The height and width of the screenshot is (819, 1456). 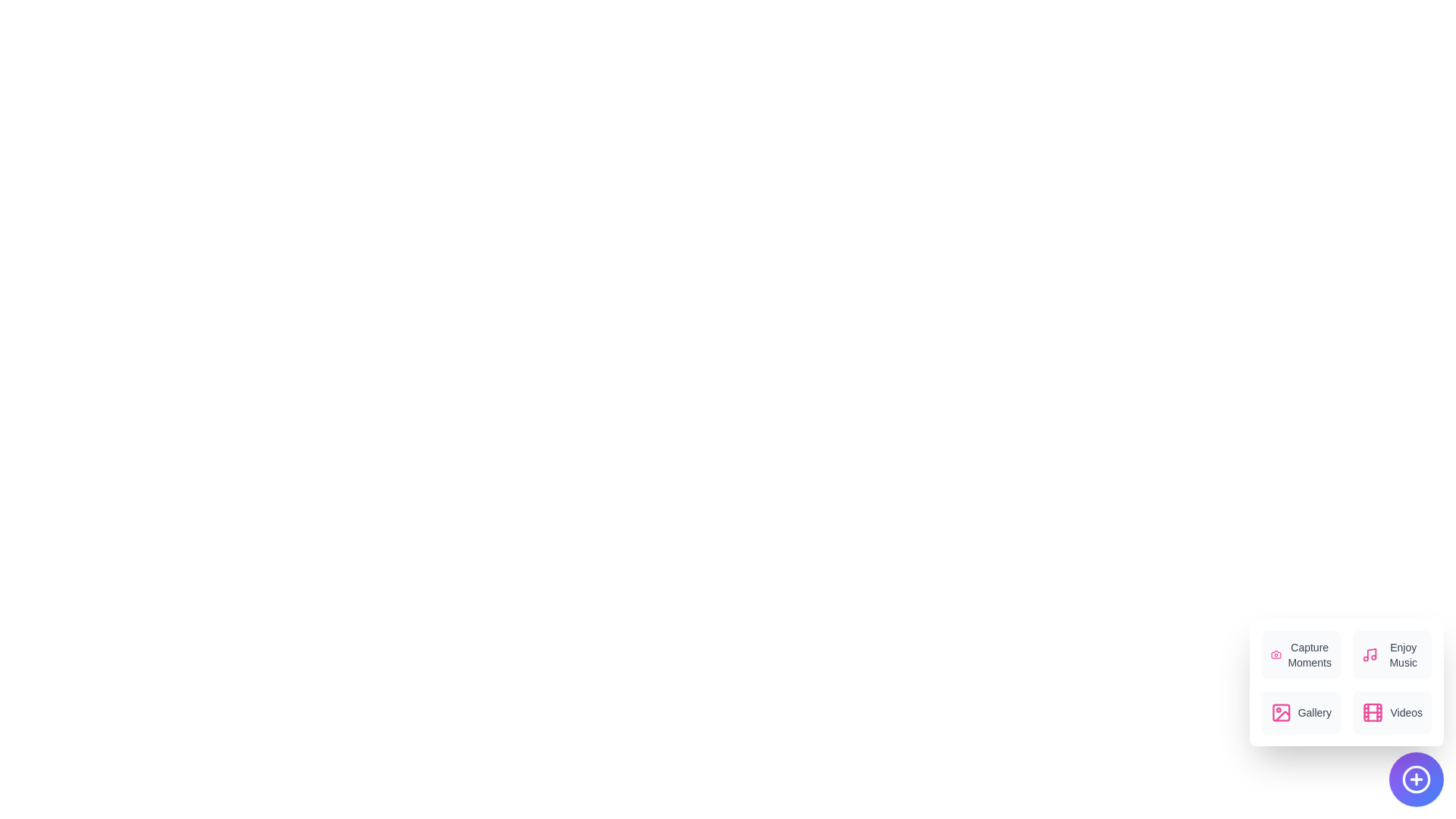 What do you see at coordinates (1392, 654) in the screenshot?
I see `the Enjoy Music from the speed dial menu` at bounding box center [1392, 654].